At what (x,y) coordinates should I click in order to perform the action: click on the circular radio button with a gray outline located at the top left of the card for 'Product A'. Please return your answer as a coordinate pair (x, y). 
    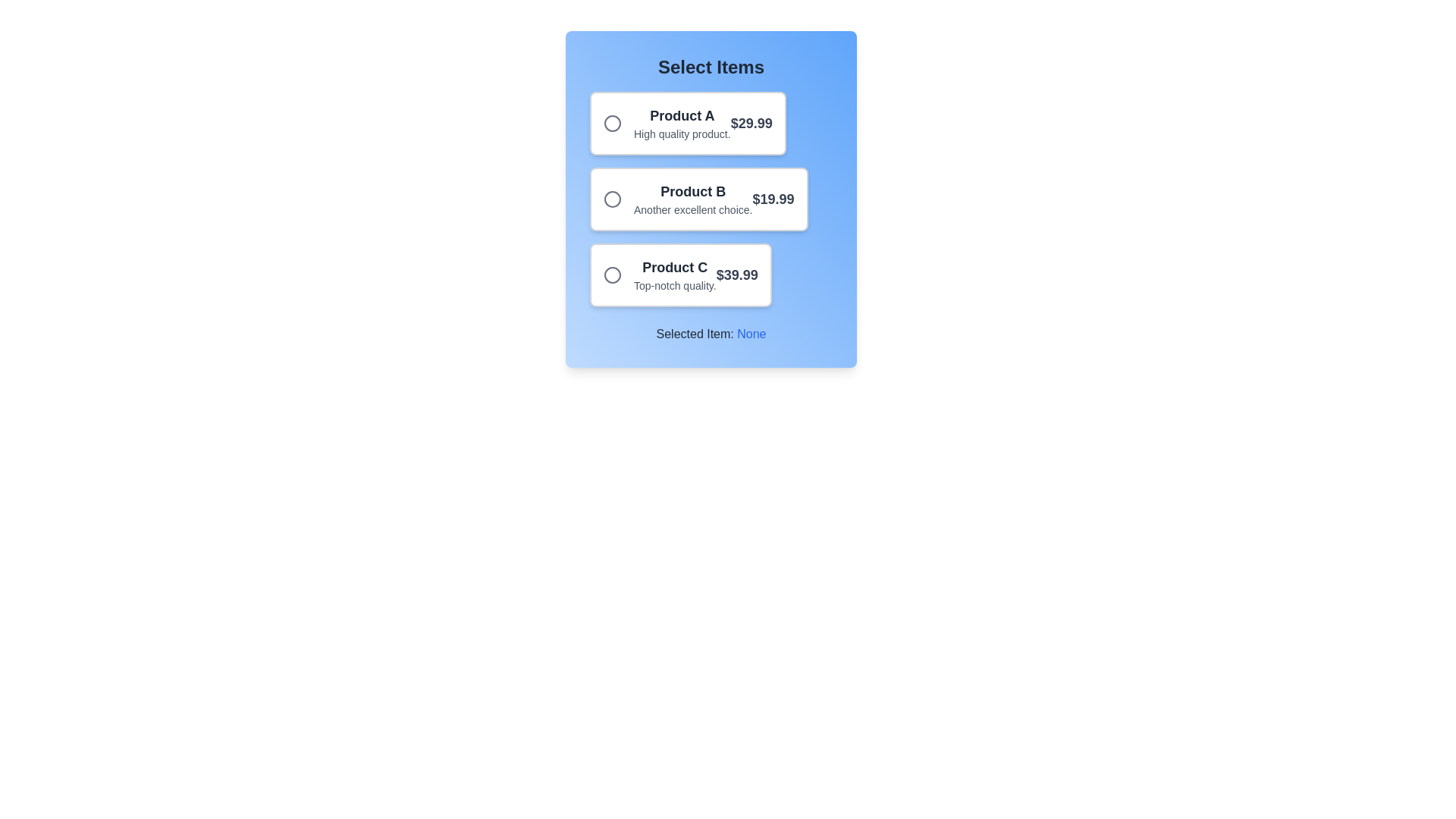
    Looking at the image, I should click on (619, 122).